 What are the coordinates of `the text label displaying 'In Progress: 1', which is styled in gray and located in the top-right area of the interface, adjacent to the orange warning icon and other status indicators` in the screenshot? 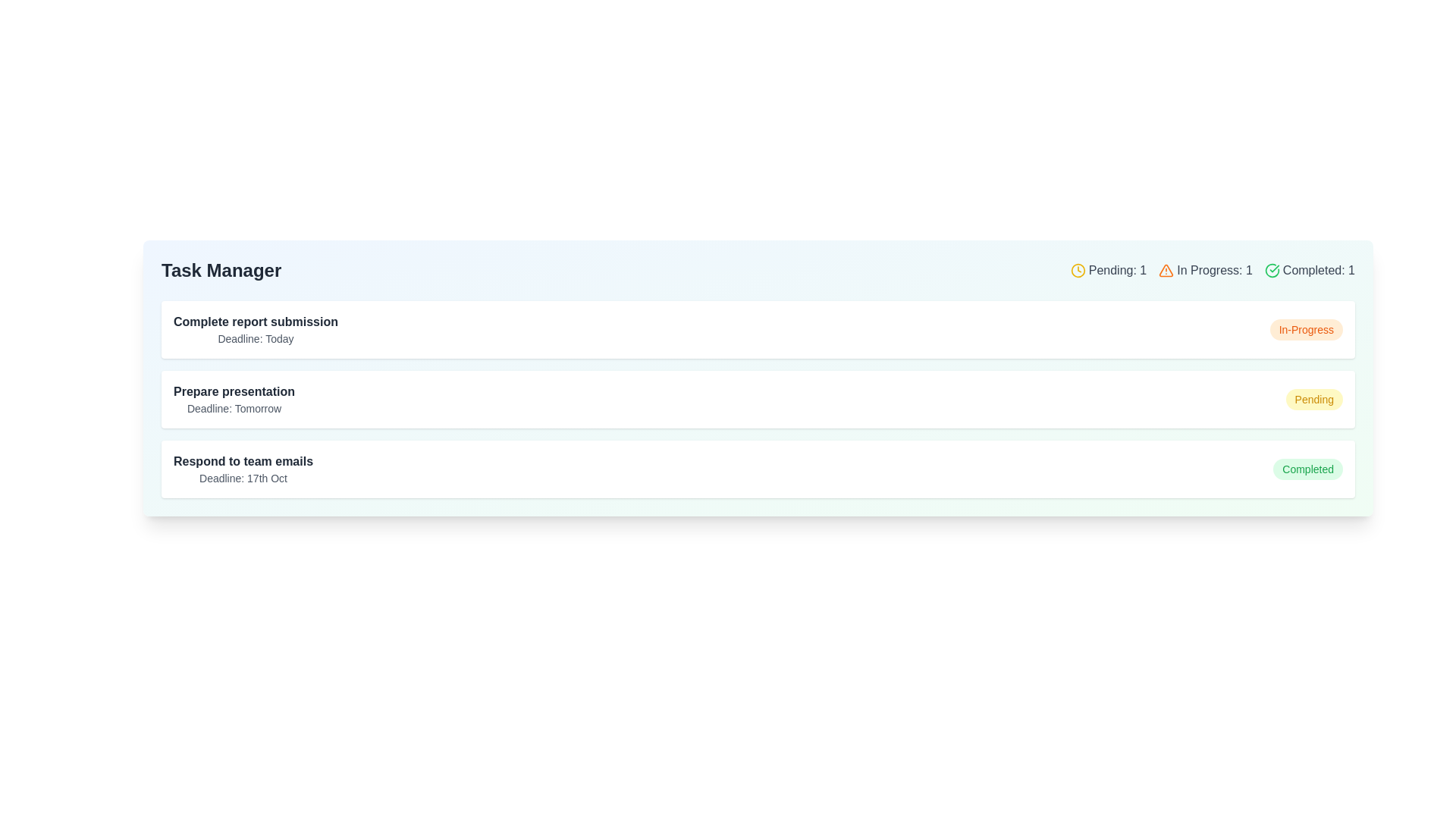 It's located at (1215, 270).